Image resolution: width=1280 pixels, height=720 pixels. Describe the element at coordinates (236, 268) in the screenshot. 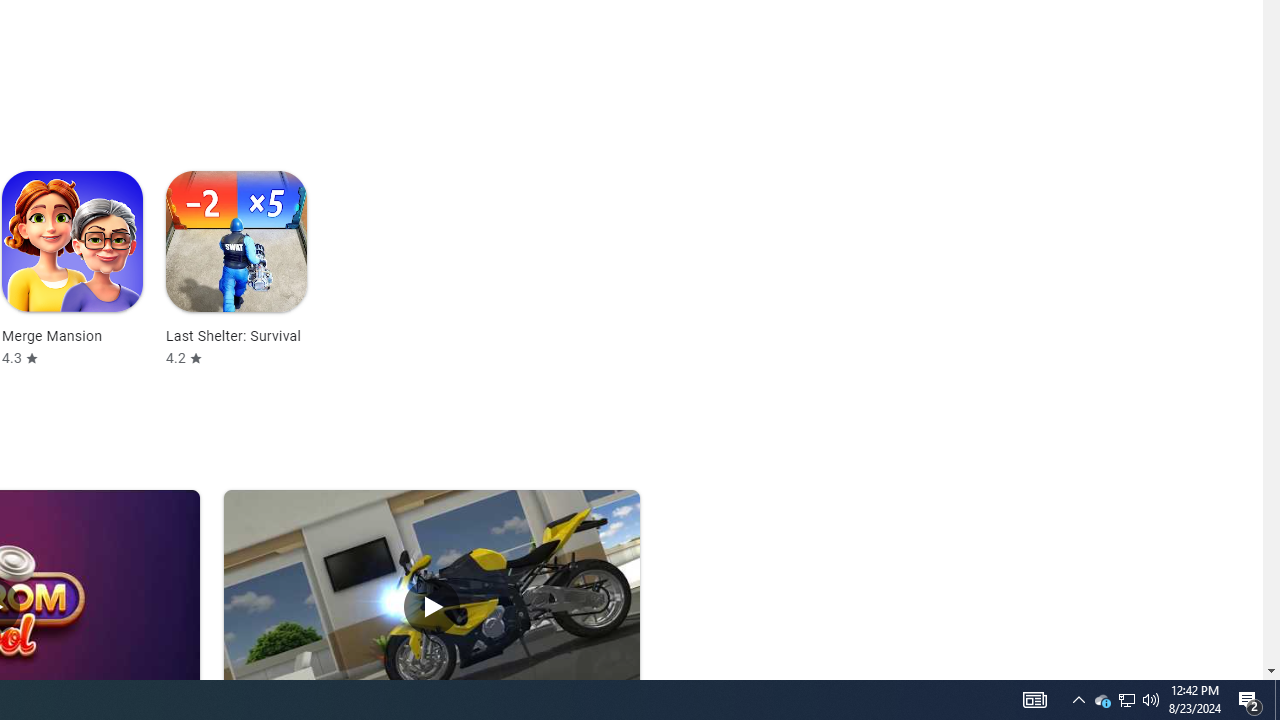

I see `'Last Shelter: Survival Rated 4.2 stars out of five stars'` at that location.